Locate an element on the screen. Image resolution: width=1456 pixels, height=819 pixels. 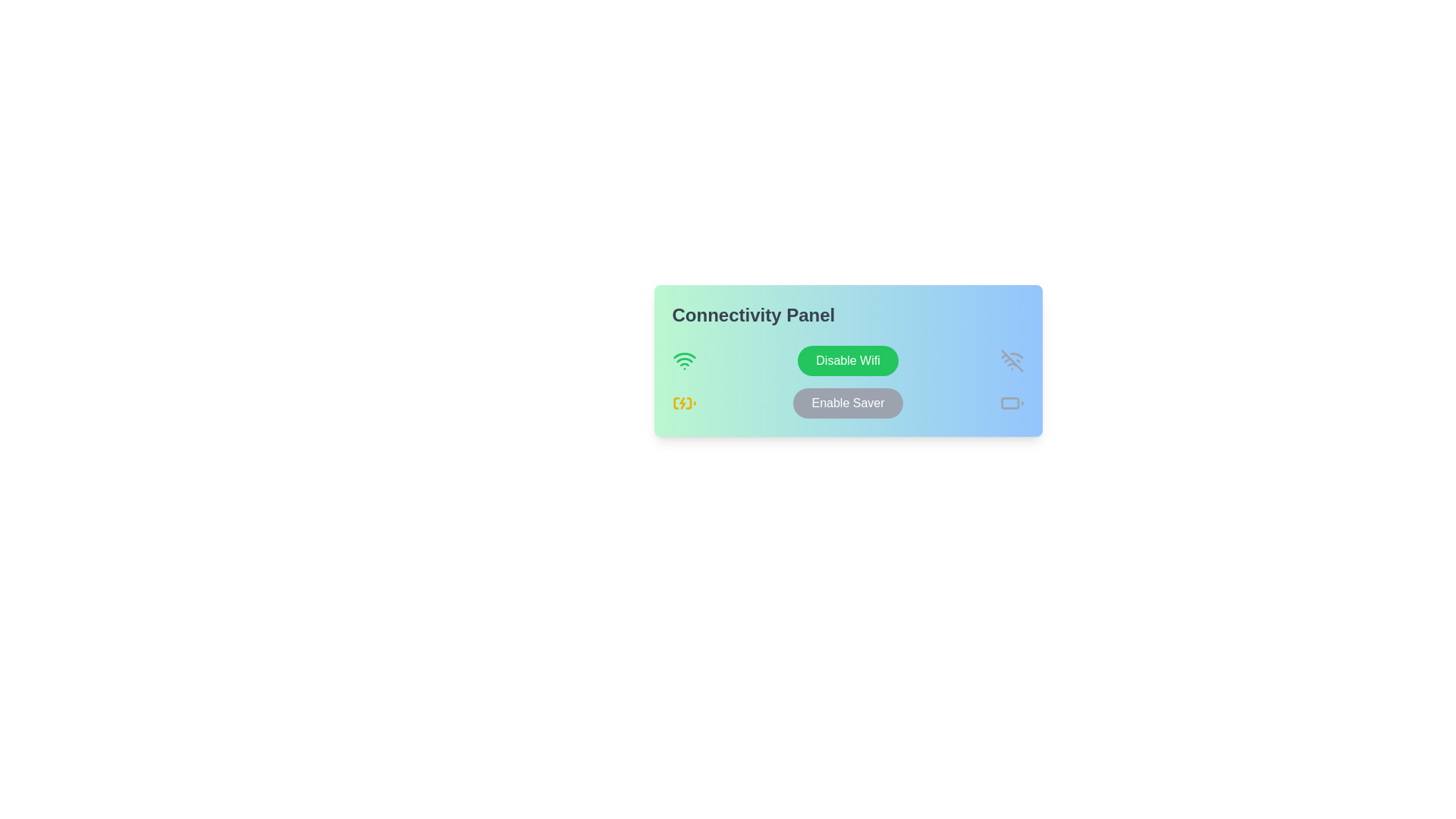
the 'Enable Saver' button, which is the second interactive item in the vertical list below 'Disable Wifi', featuring a gray rounded background and a yellow battery icon is located at coordinates (847, 403).